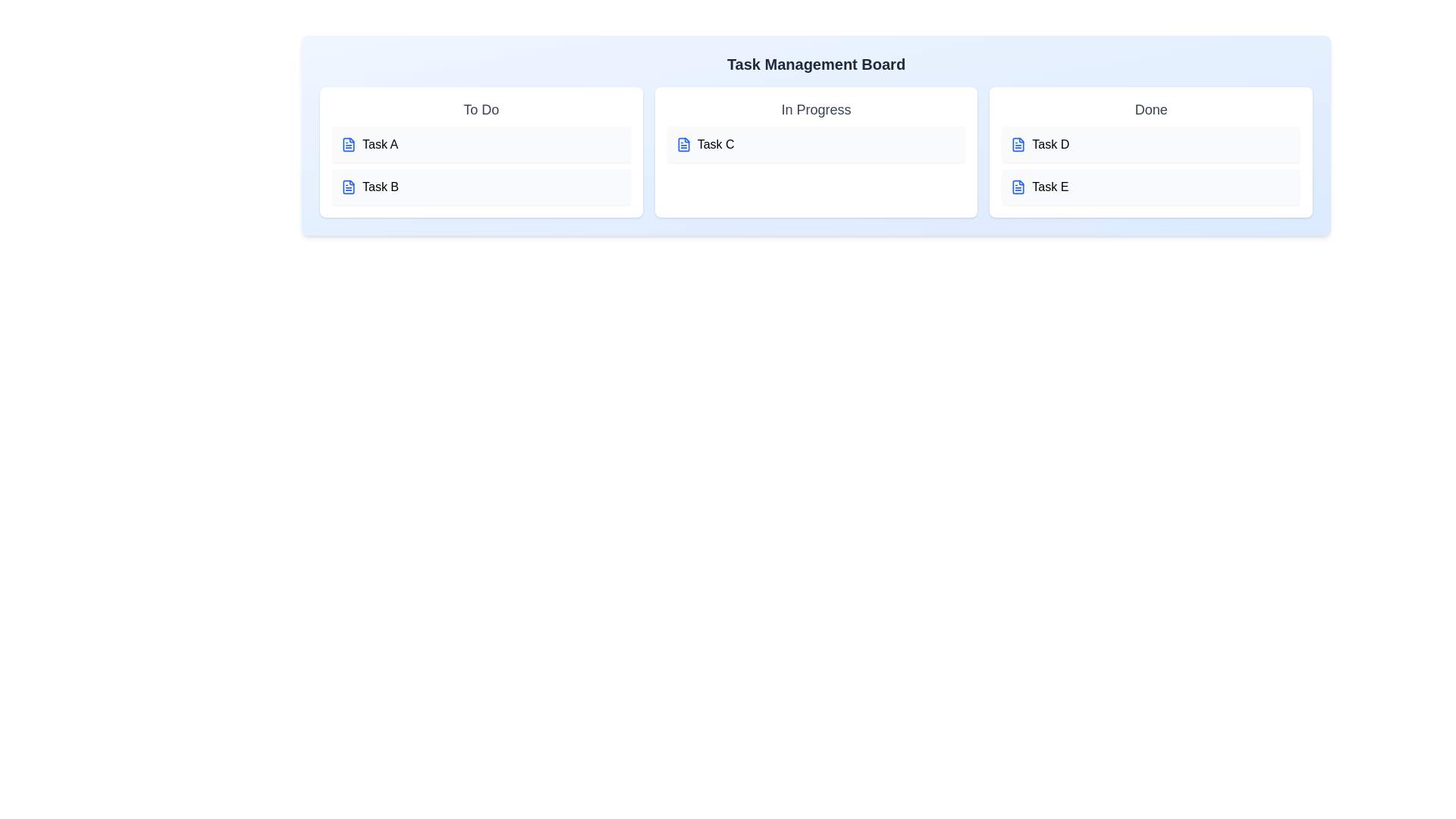 This screenshot has width=1456, height=819. I want to click on the task Task A to edit its title, so click(480, 145).